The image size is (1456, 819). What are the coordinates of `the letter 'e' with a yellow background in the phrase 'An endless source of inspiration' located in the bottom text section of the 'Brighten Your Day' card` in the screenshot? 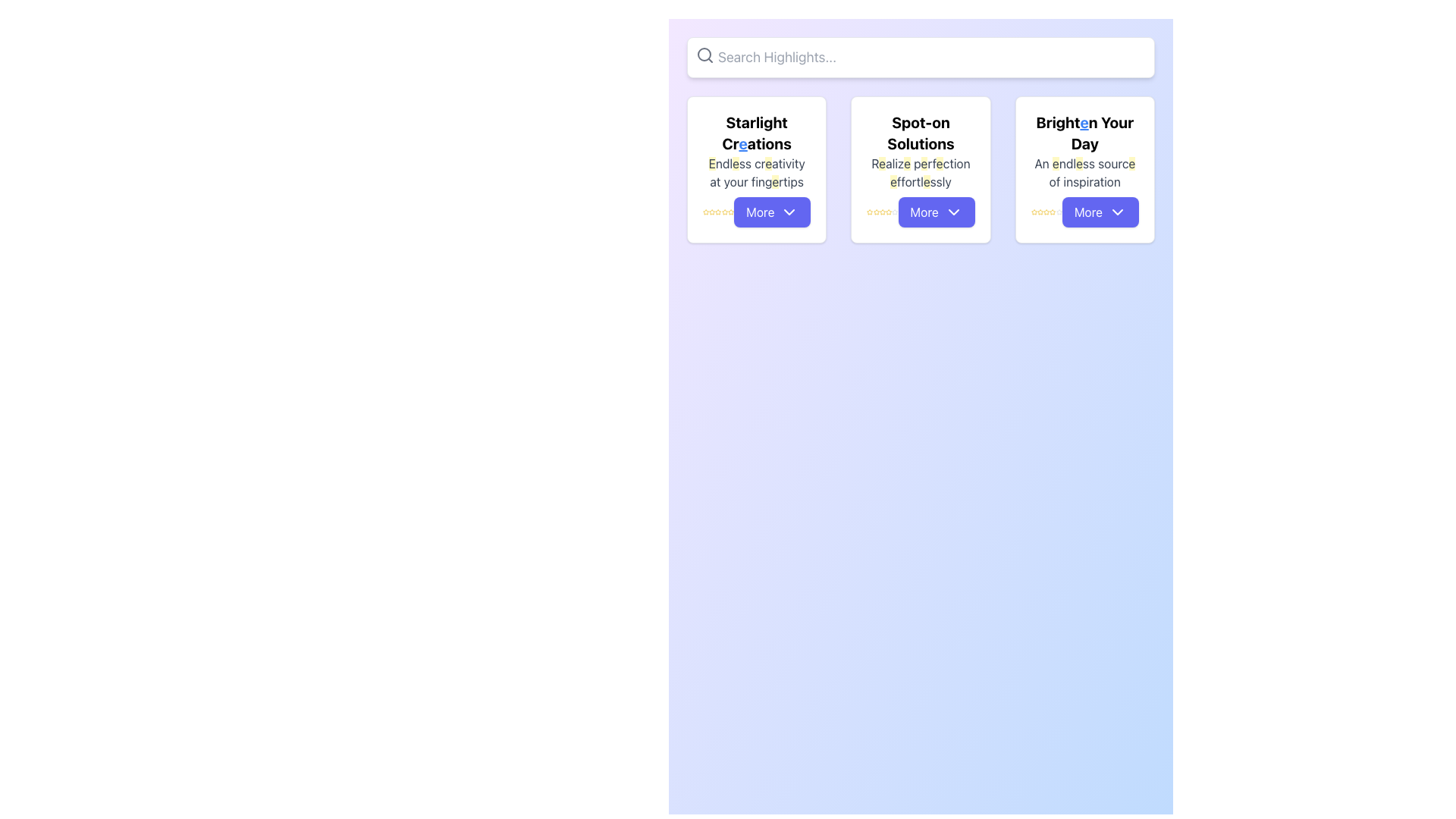 It's located at (1131, 164).